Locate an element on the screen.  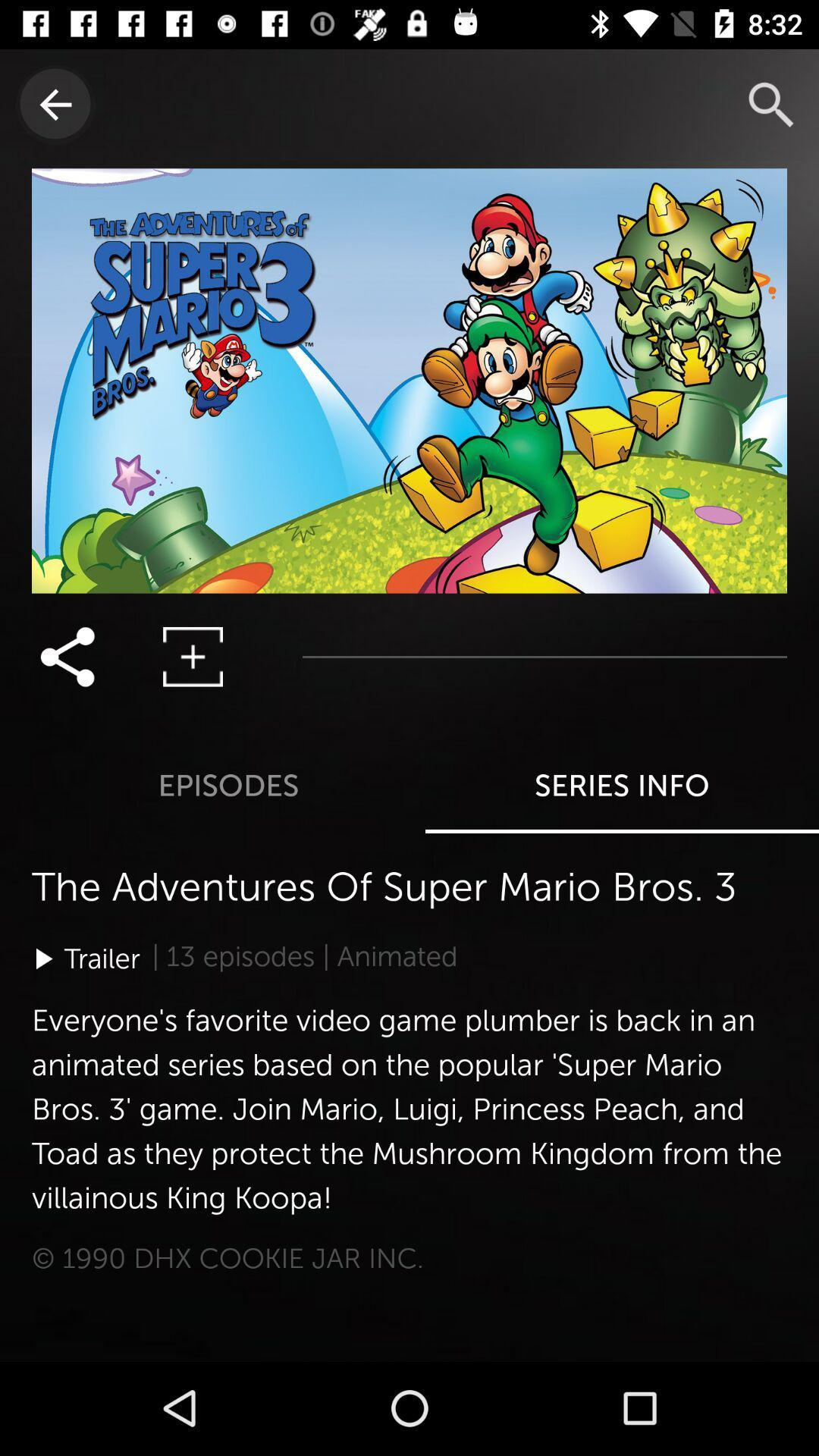
search button in top is located at coordinates (771, 103).